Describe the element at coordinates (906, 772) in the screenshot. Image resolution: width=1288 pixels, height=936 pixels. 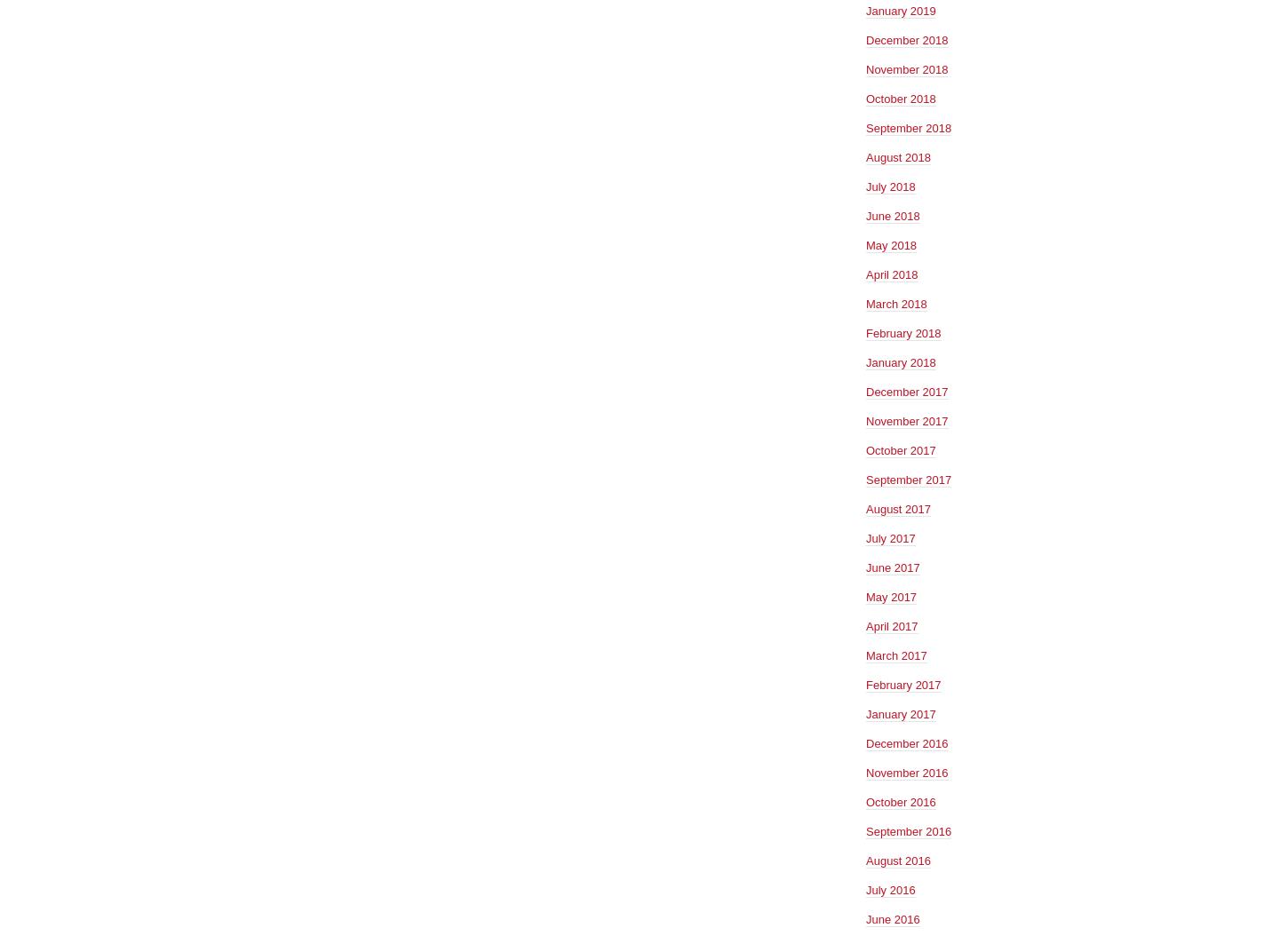
I see `'November 2016'` at that location.